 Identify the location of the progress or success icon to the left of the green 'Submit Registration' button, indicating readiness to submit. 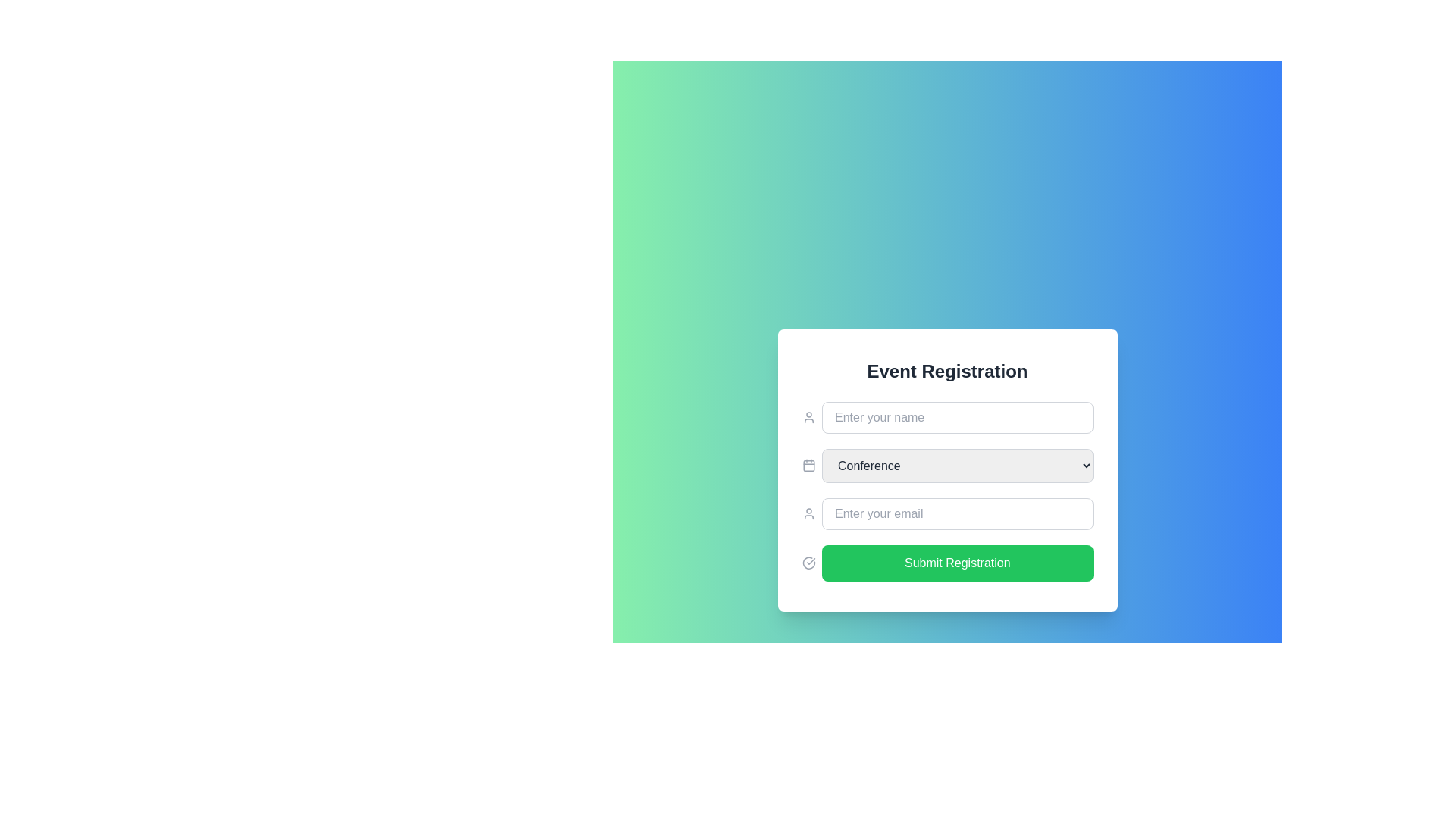
(808, 563).